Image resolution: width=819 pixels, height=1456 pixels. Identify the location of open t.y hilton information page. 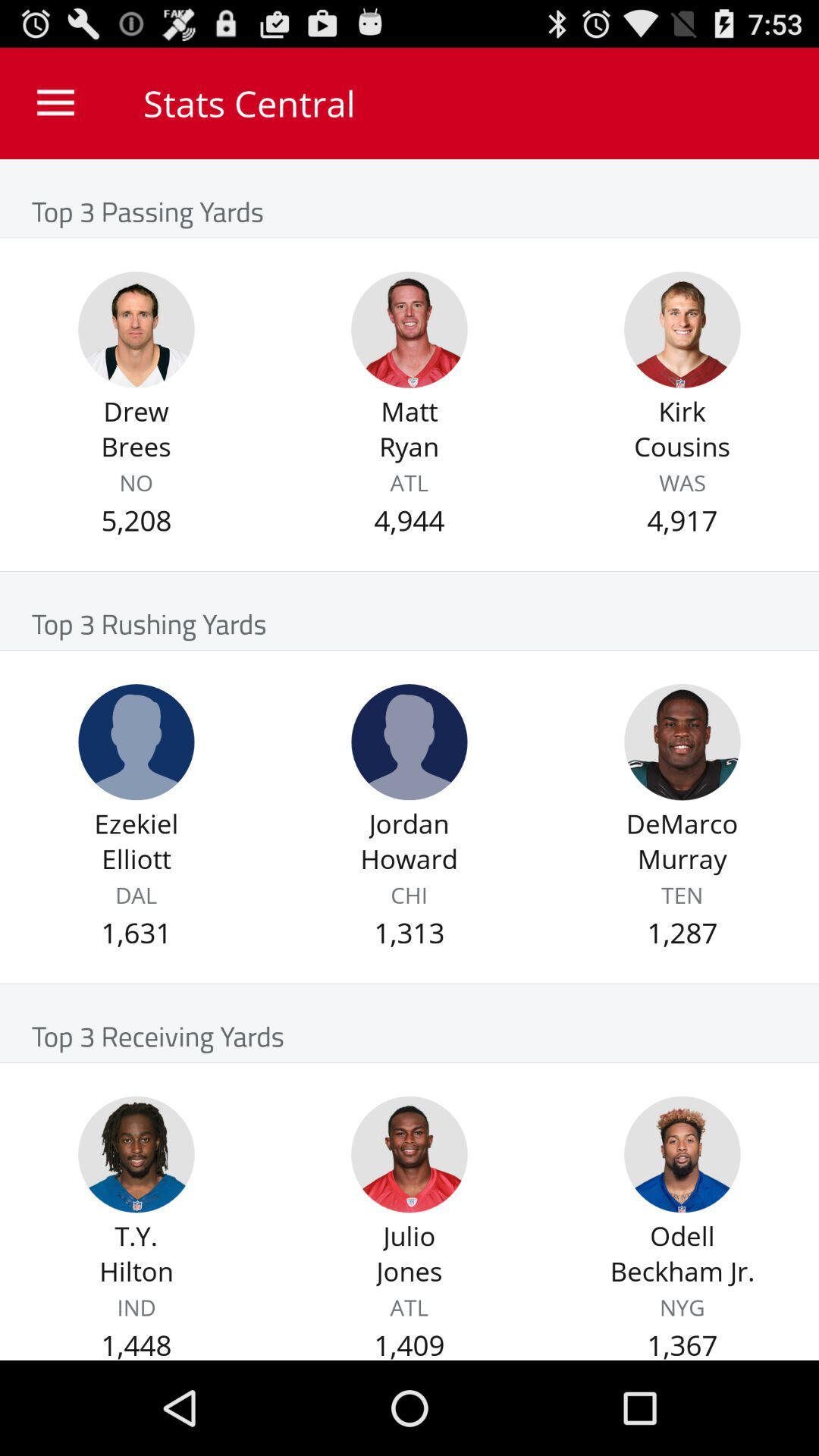
(136, 1153).